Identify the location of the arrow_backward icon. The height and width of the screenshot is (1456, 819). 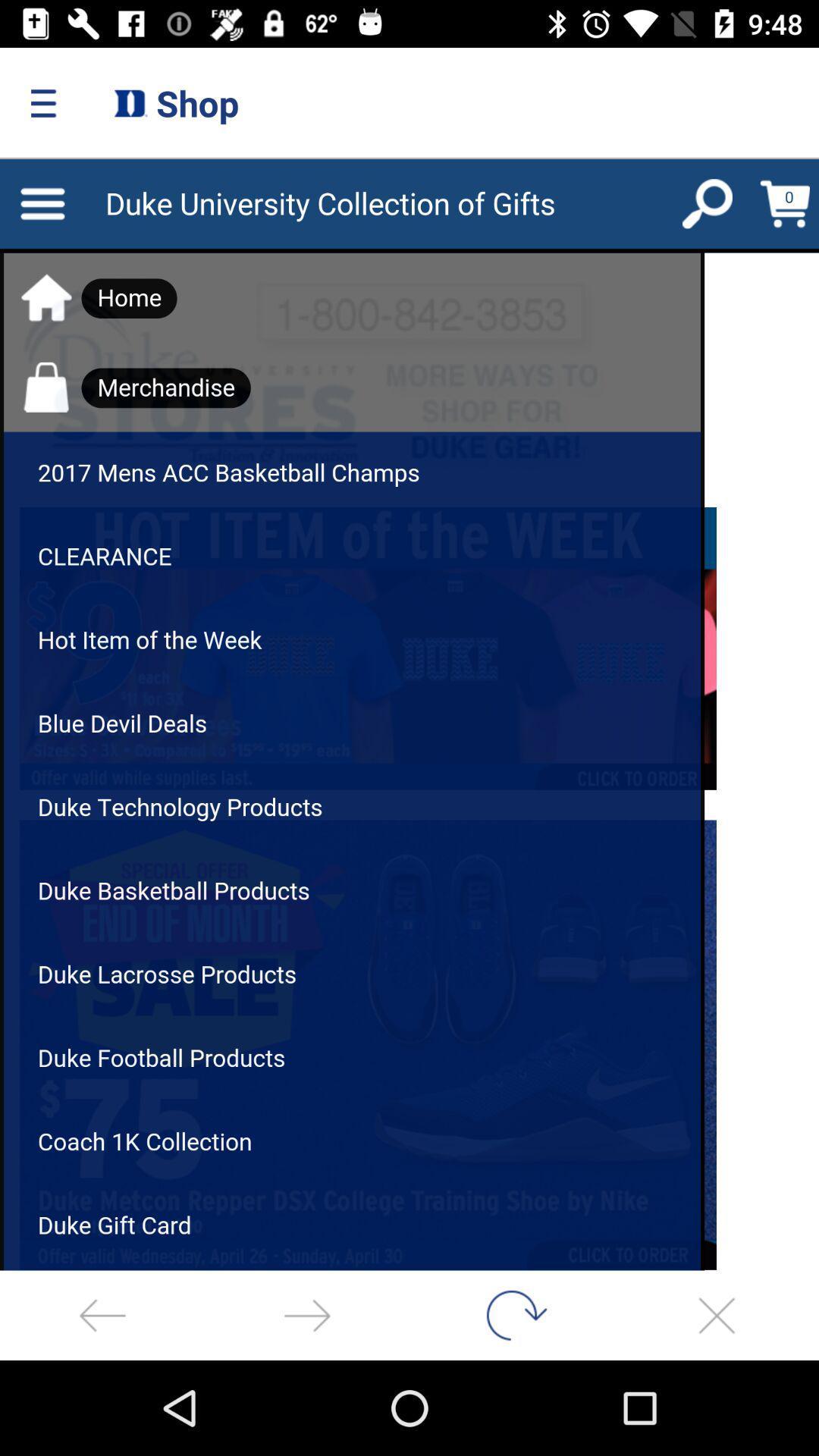
(102, 1314).